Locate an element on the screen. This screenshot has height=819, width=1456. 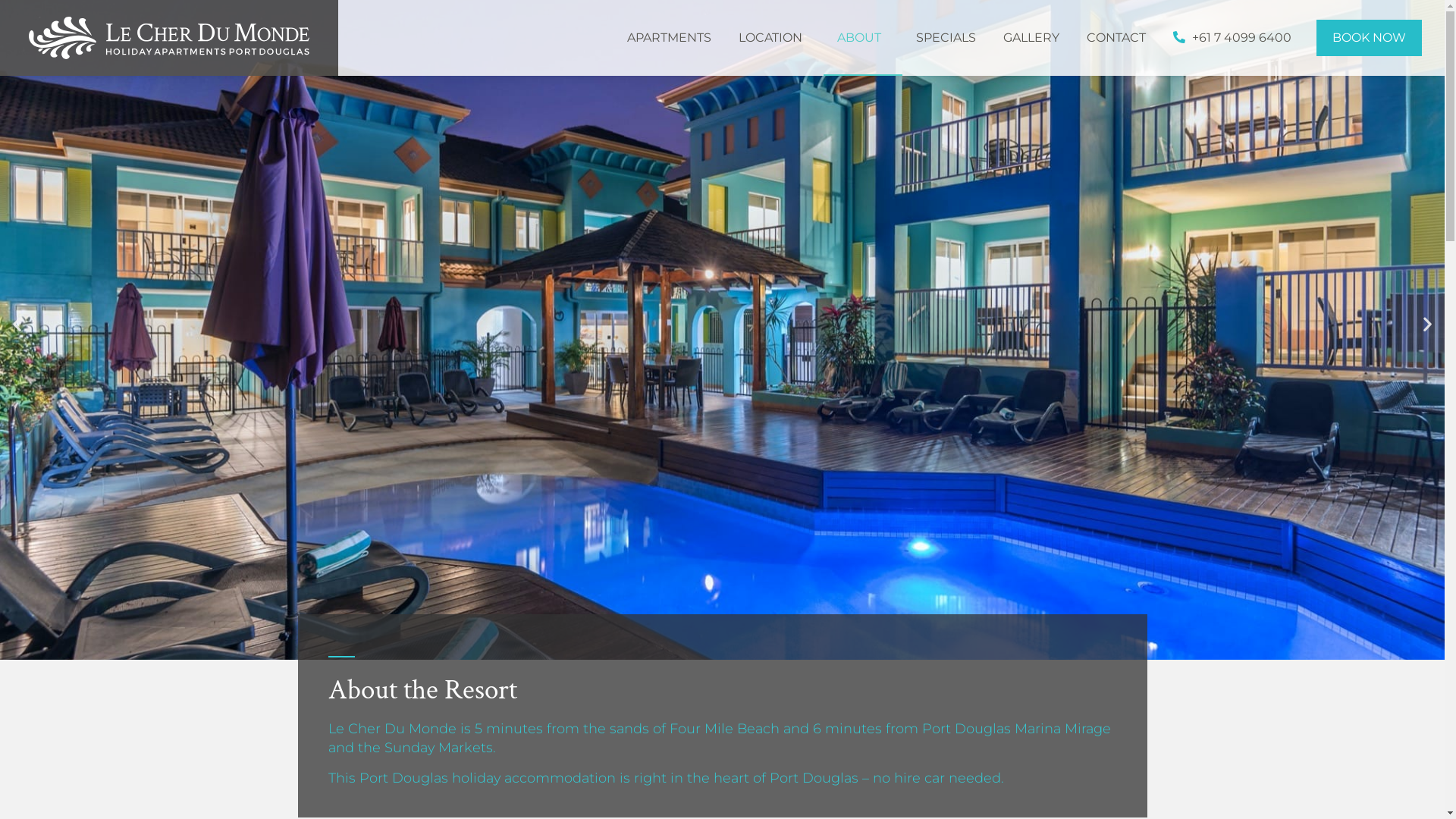
'SPECIALS' is located at coordinates (945, 37).